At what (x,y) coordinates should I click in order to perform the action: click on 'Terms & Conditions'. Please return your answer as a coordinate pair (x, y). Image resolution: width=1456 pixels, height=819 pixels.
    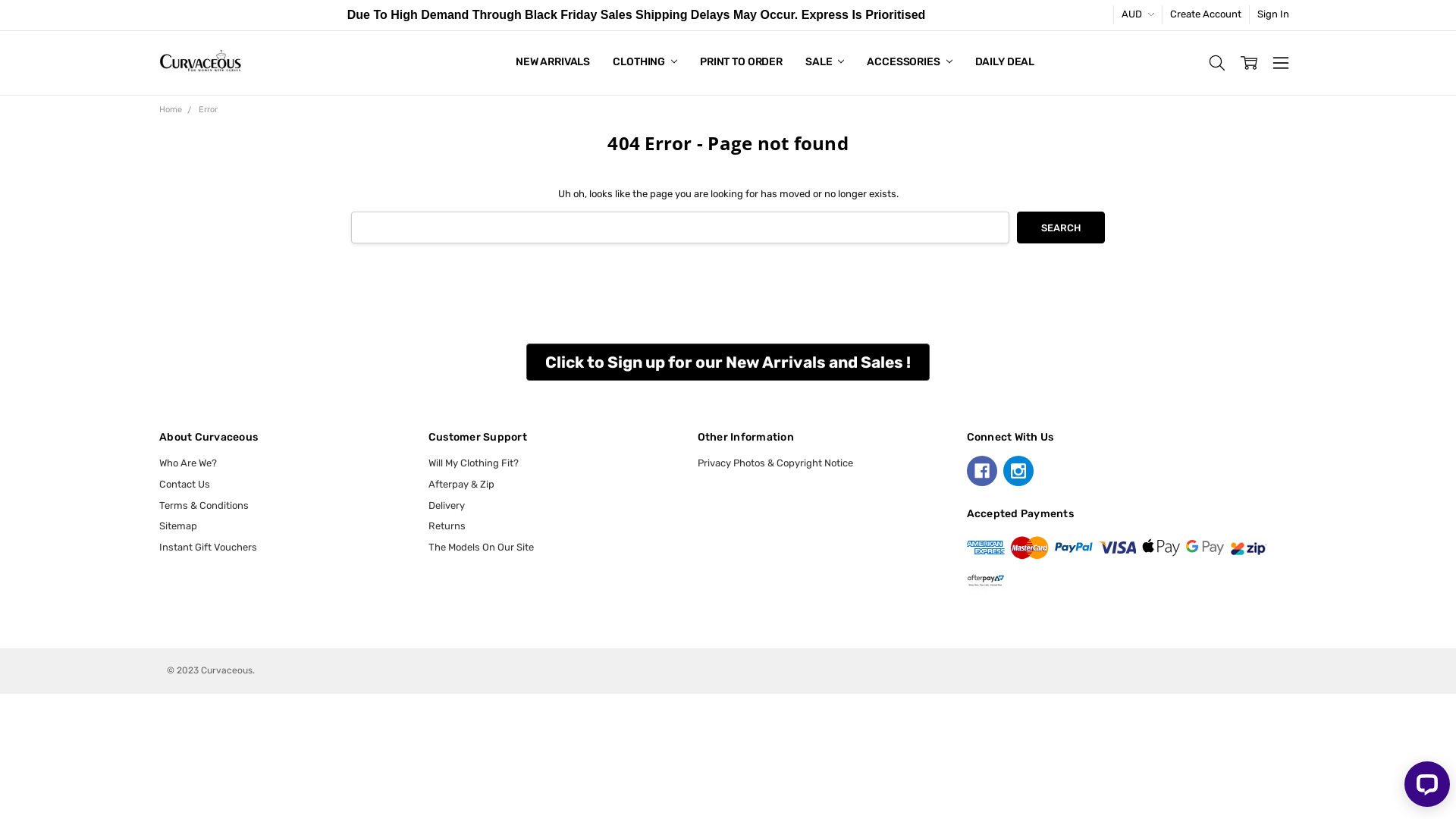
    Looking at the image, I should click on (202, 505).